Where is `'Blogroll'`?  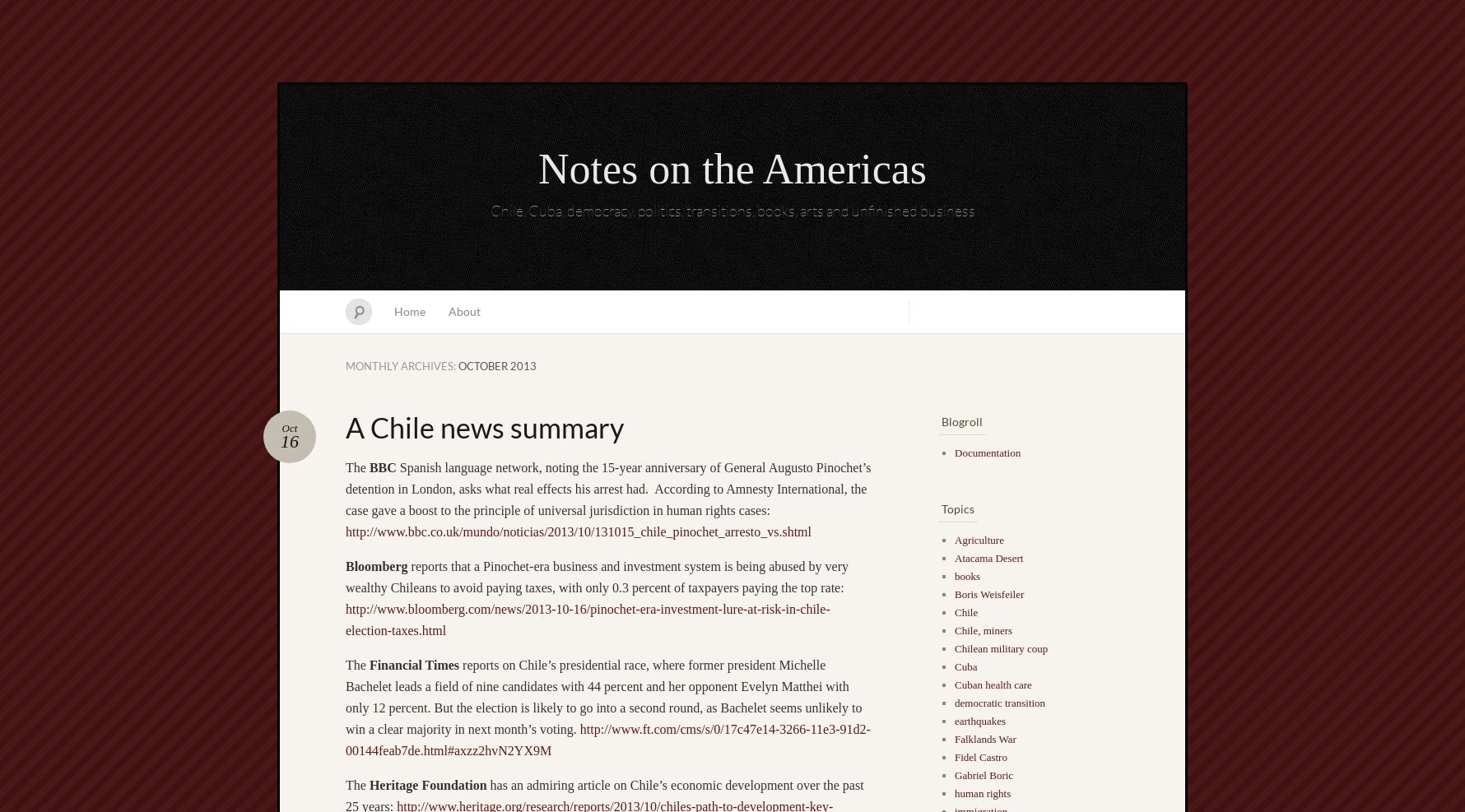
'Blogroll' is located at coordinates (960, 420).